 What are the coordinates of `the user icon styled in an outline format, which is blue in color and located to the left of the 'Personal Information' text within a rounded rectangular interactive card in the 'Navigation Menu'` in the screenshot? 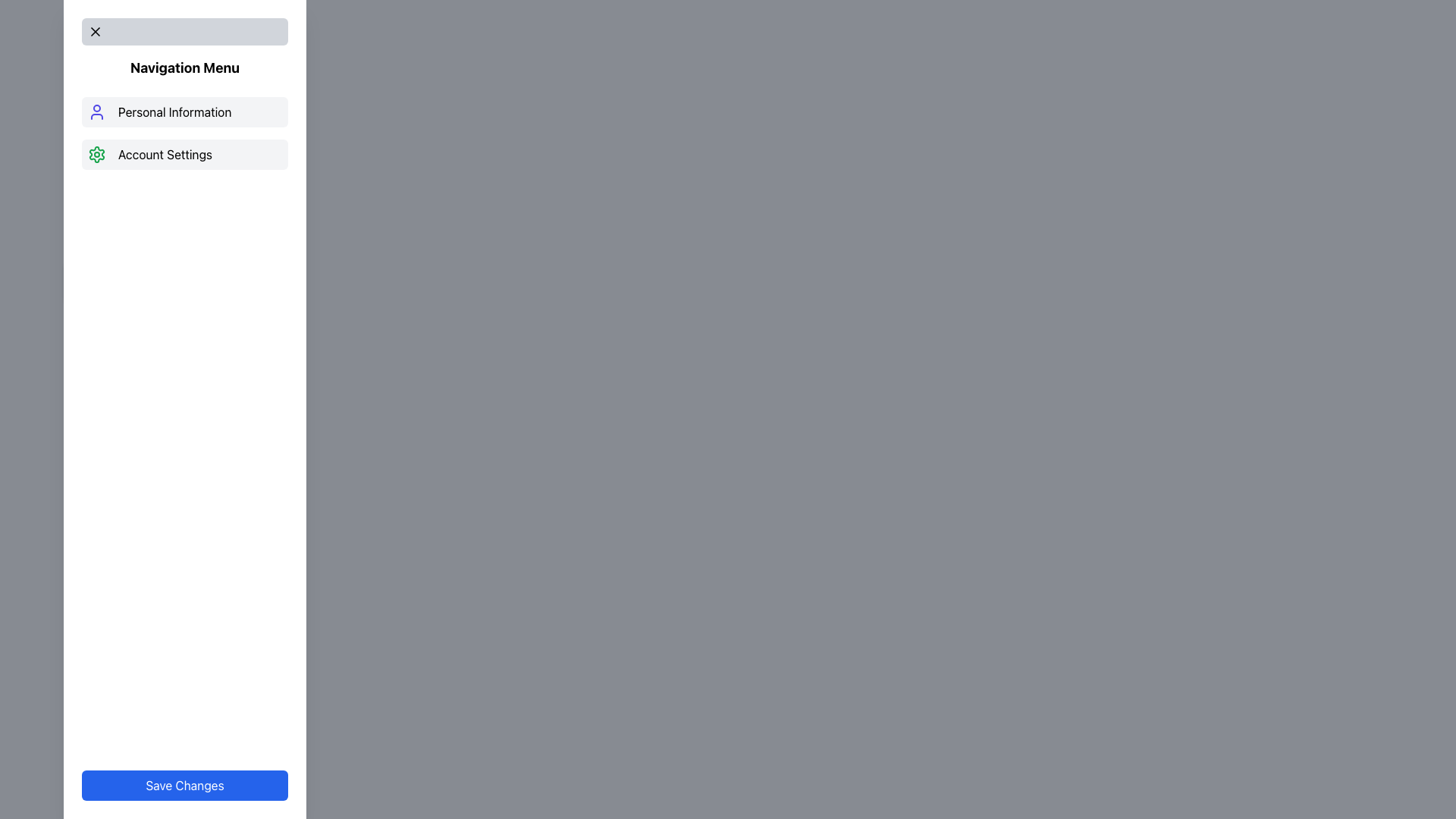 It's located at (96, 111).